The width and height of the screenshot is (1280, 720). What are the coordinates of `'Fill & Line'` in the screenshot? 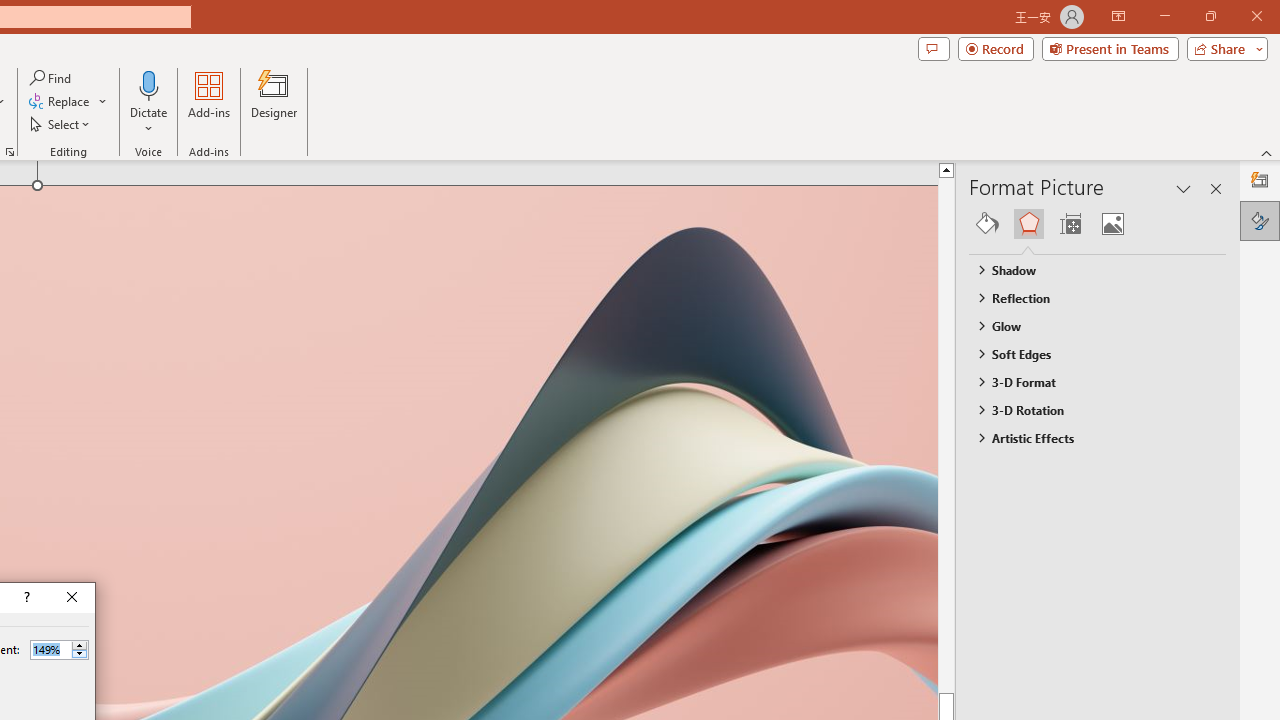 It's located at (987, 223).